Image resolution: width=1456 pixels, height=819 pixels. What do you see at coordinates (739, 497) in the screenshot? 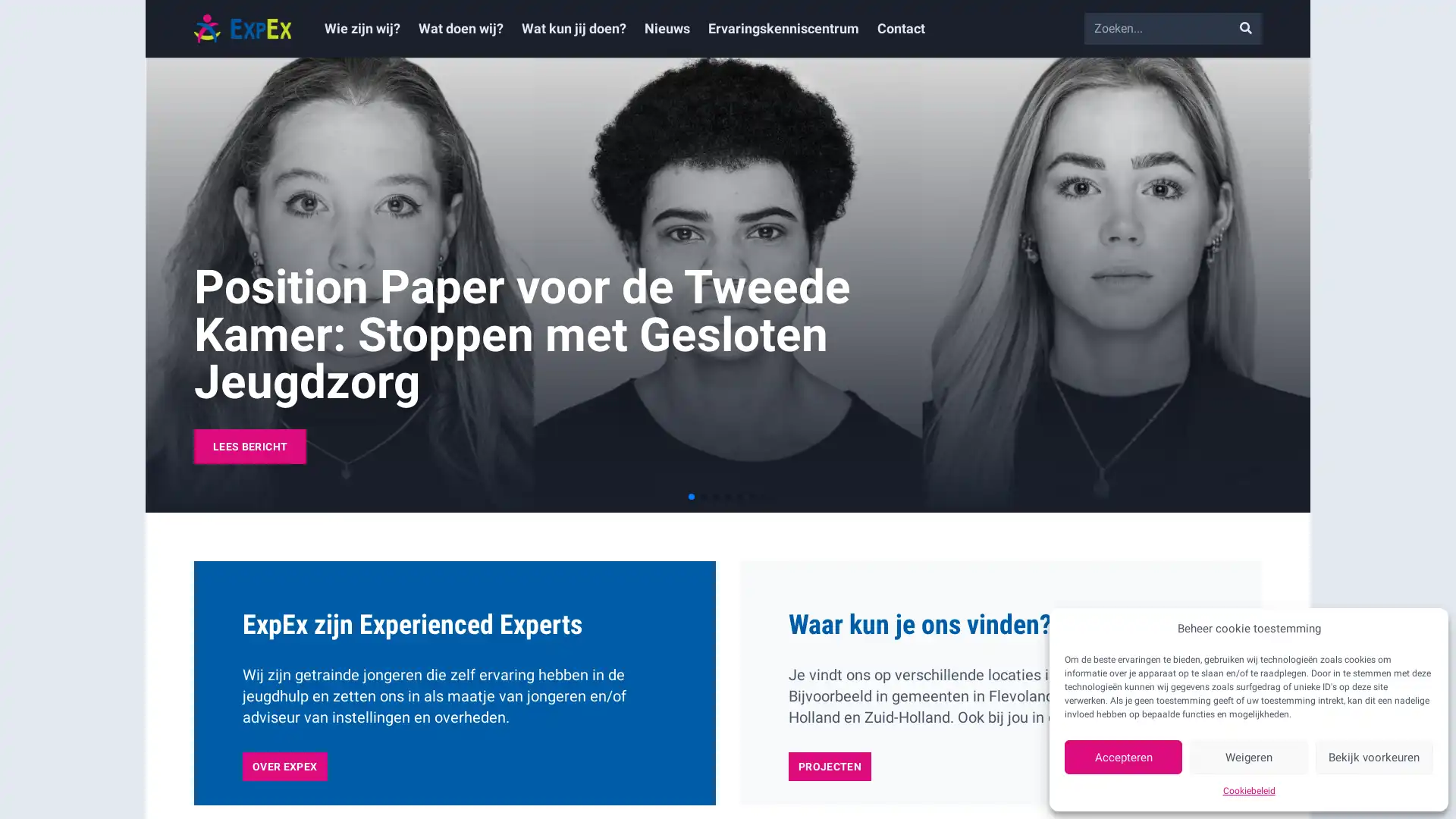
I see `Go to slide 5` at bounding box center [739, 497].